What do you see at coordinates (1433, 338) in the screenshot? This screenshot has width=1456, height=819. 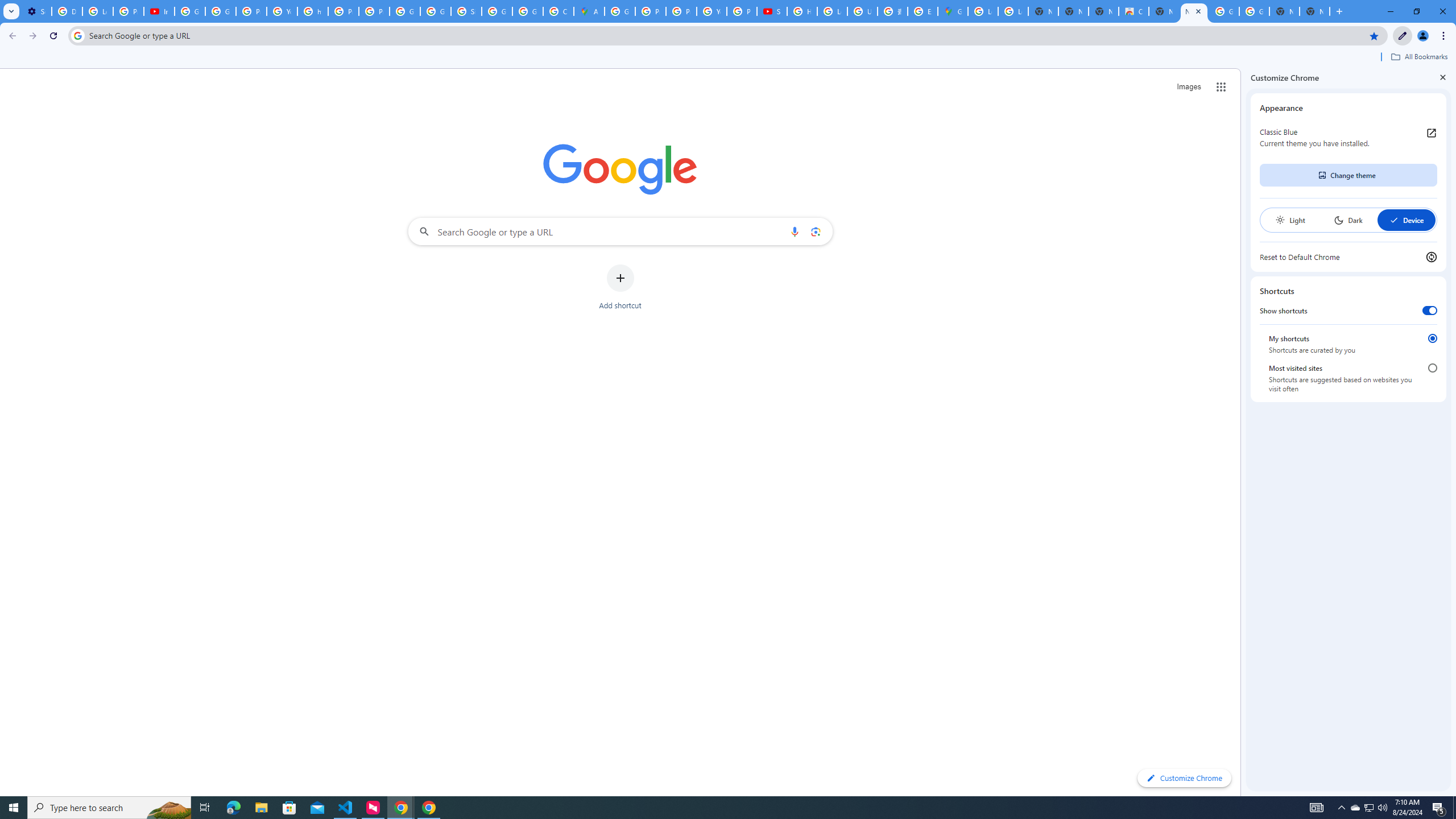 I see `'My shortcuts'` at bounding box center [1433, 338].